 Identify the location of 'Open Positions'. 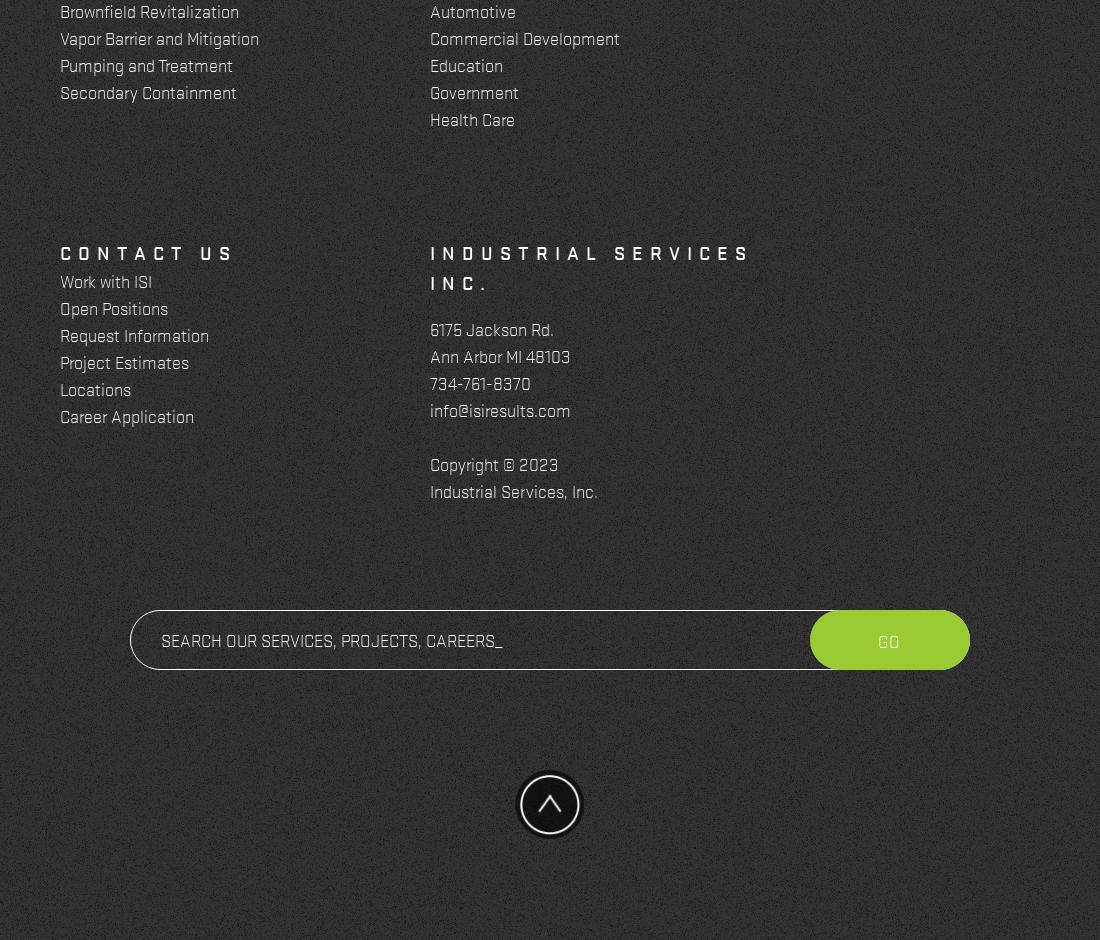
(113, 306).